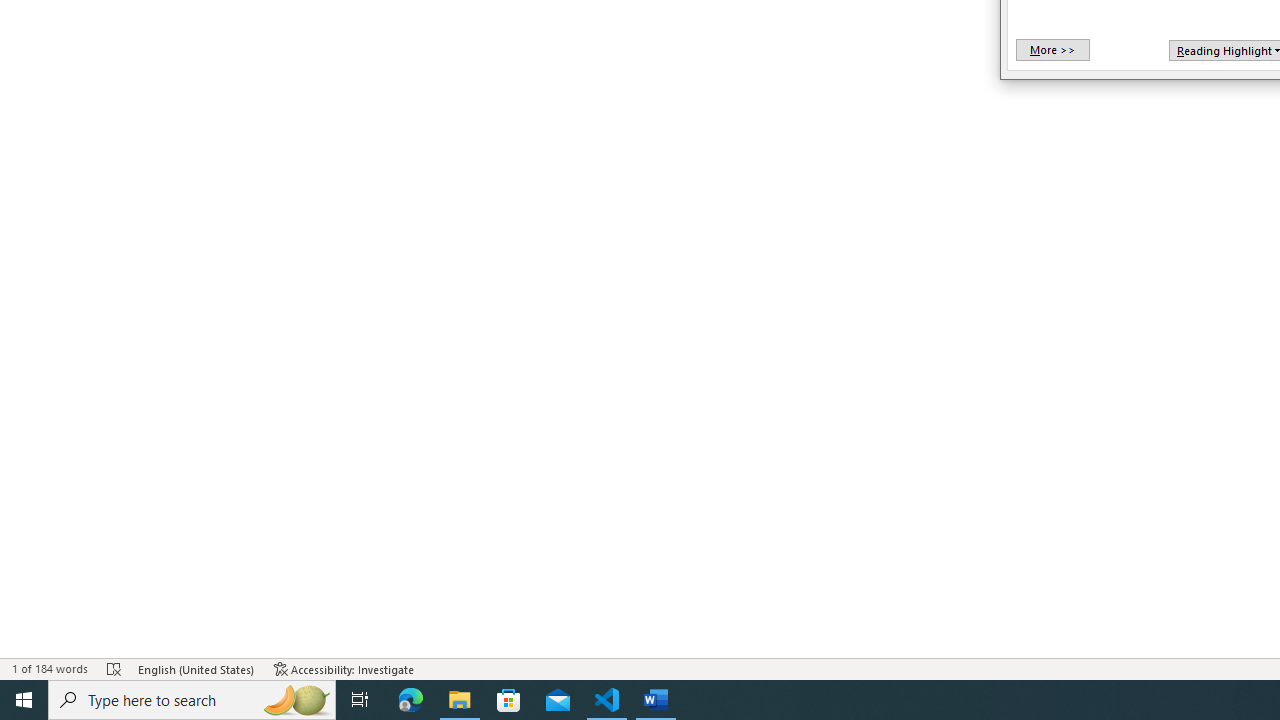  Describe the element at coordinates (294, 698) in the screenshot. I see `'Search highlights icon opens search home window'` at that location.